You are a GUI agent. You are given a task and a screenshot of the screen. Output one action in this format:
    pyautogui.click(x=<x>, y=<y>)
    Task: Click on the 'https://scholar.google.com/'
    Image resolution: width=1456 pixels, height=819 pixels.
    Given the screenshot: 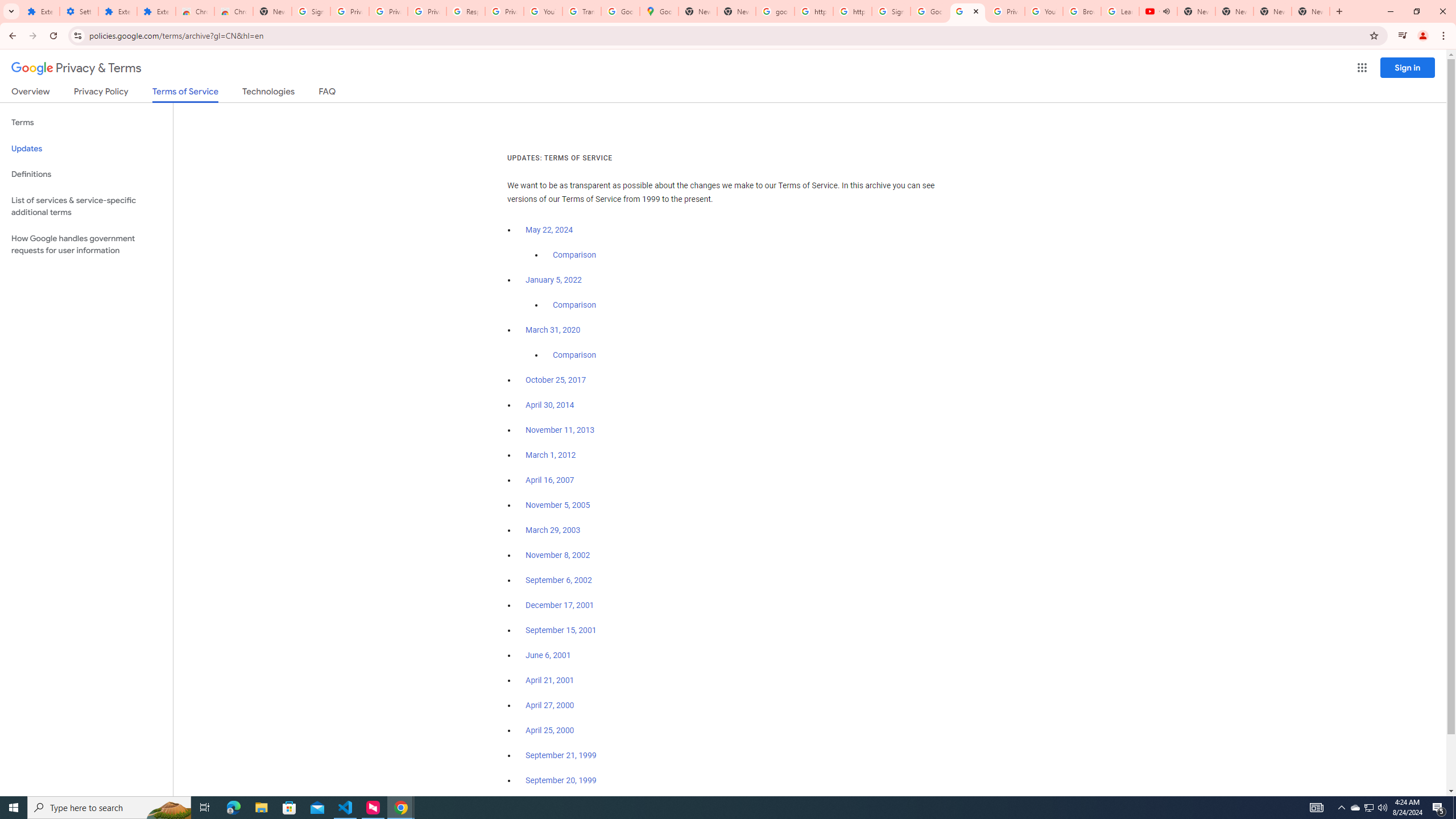 What is the action you would take?
    pyautogui.click(x=851, y=11)
    